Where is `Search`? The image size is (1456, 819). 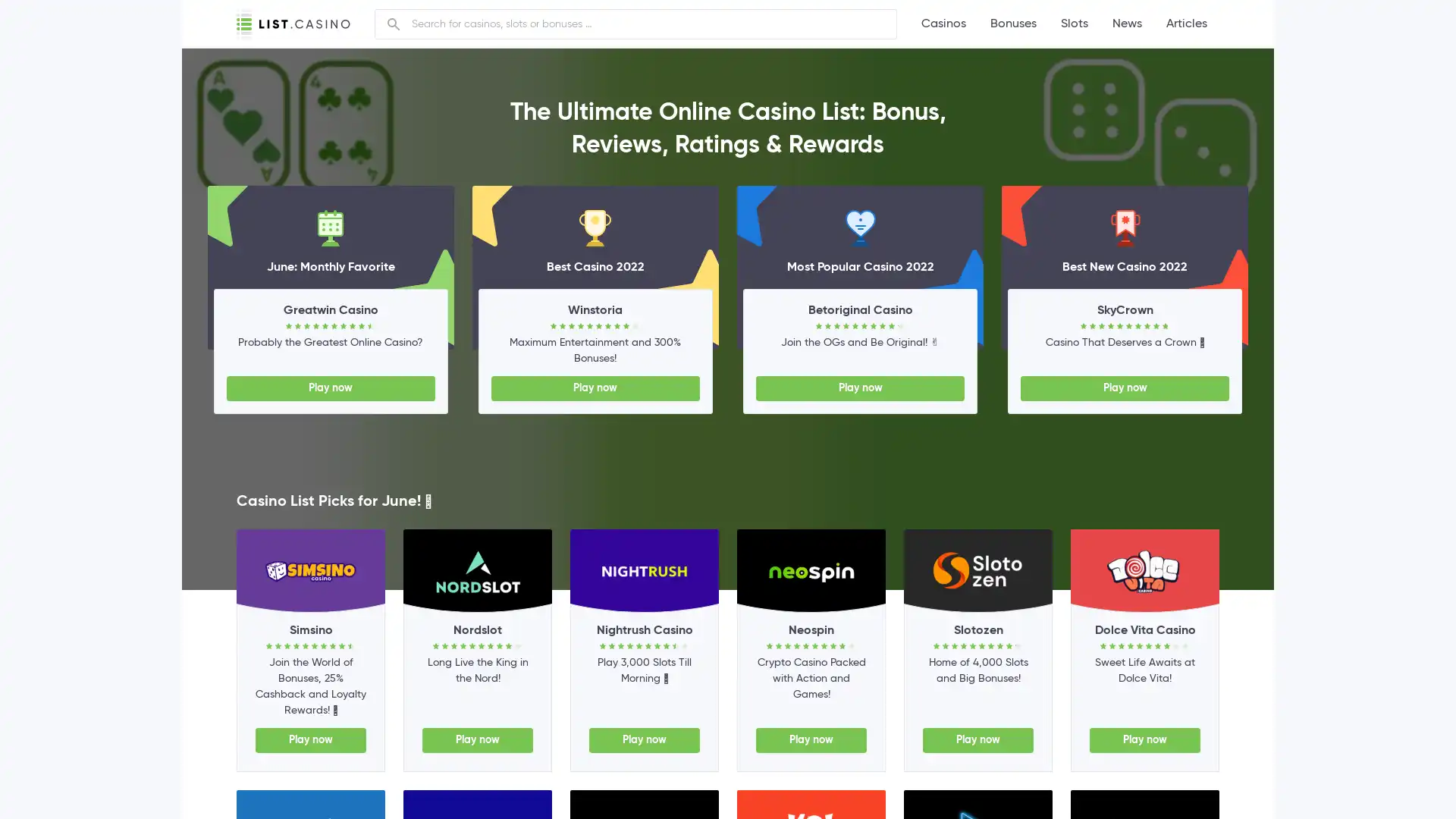
Search is located at coordinates (375, 39).